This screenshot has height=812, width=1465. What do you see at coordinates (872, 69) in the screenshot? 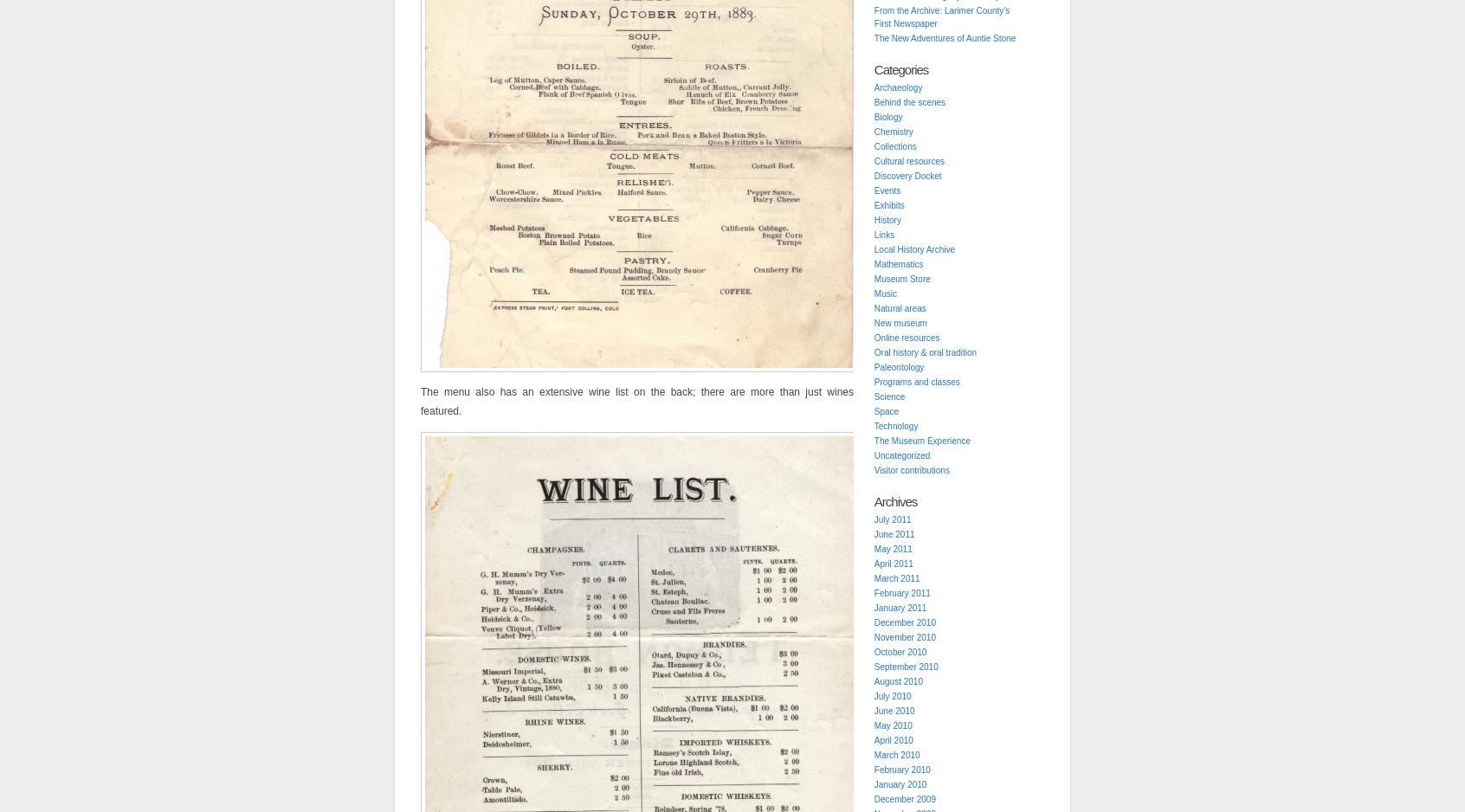
I see `'Categories'` at bounding box center [872, 69].